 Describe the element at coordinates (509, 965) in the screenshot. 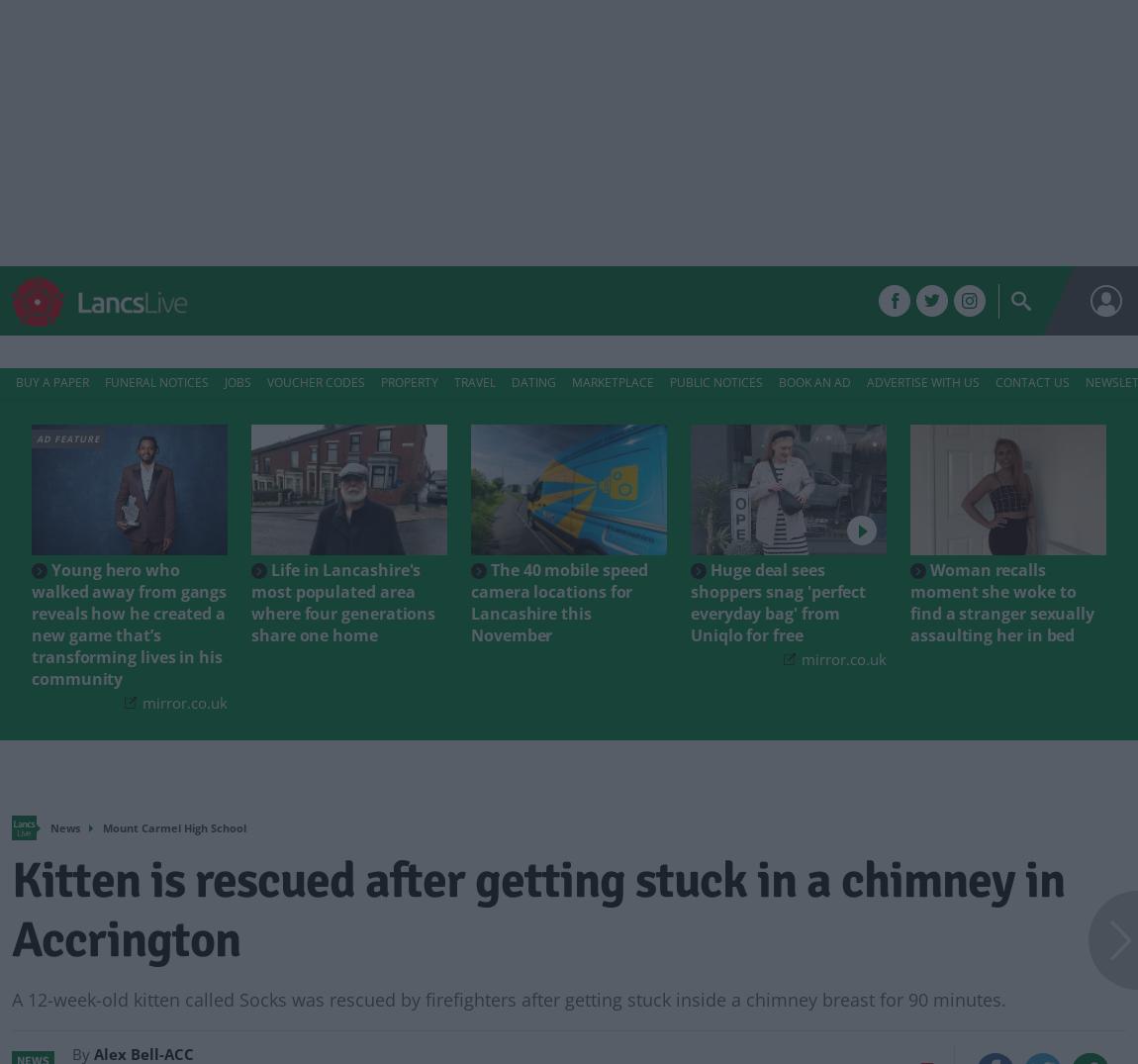

I see `'A 12-week-old kitten called Socks was rescued by firefighters after getting stuck inside a chimney breast for 90 minutes.'` at that location.